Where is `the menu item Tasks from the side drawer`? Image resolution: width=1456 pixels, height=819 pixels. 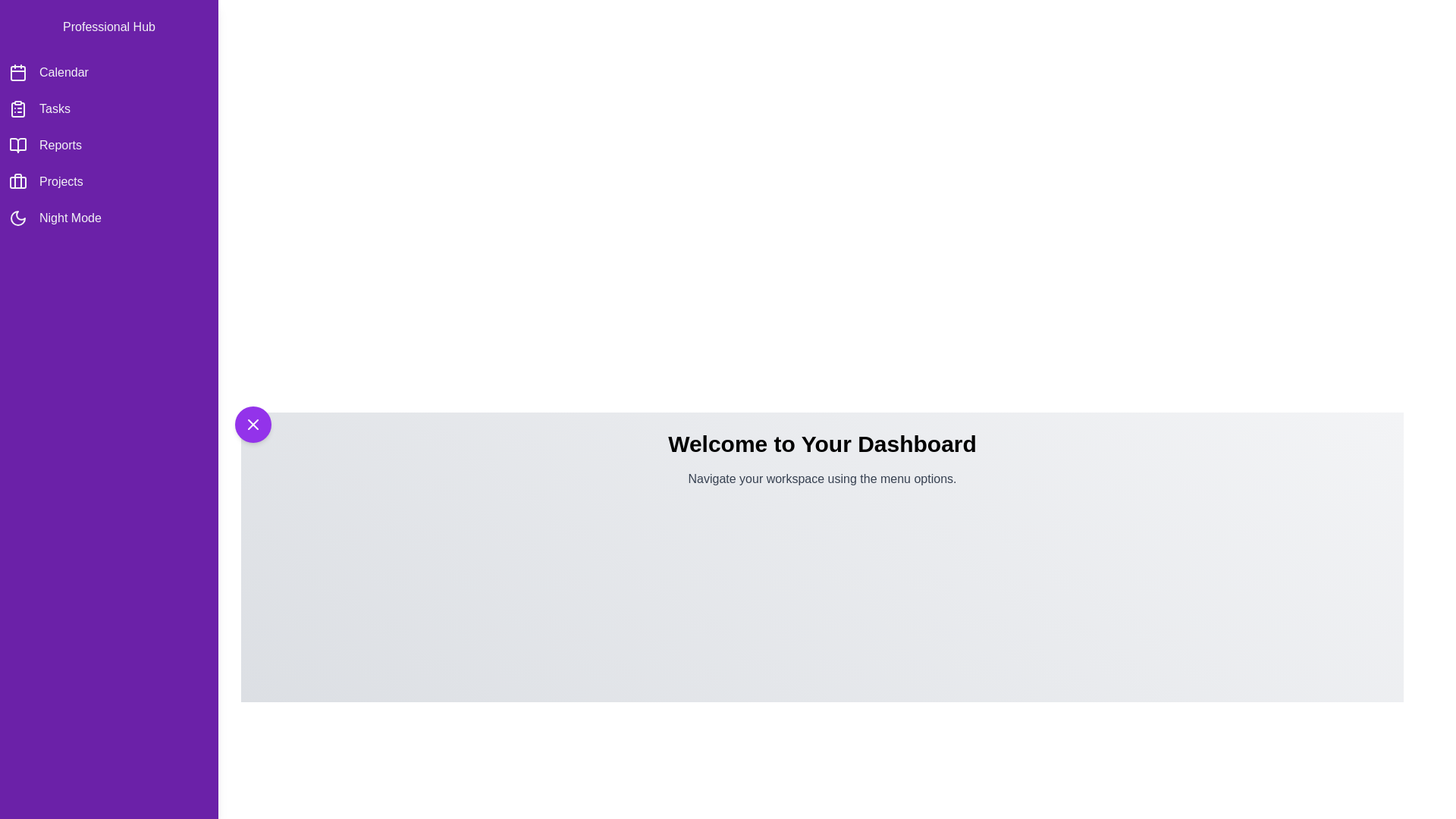 the menu item Tasks from the side drawer is located at coordinates (108, 108).